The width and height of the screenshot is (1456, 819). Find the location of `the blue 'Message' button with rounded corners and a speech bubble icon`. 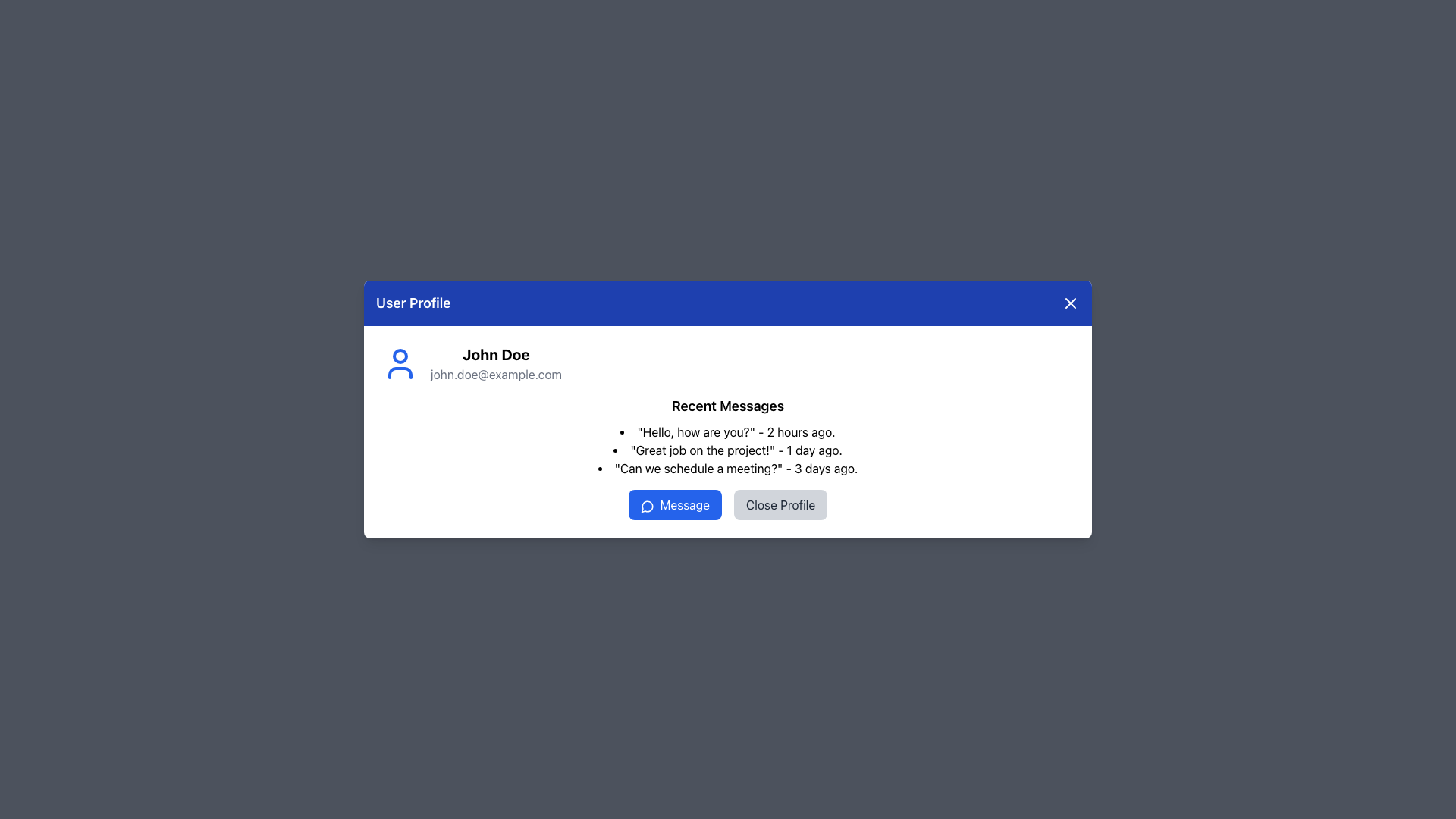

the blue 'Message' button with rounded corners and a speech bubble icon is located at coordinates (674, 505).